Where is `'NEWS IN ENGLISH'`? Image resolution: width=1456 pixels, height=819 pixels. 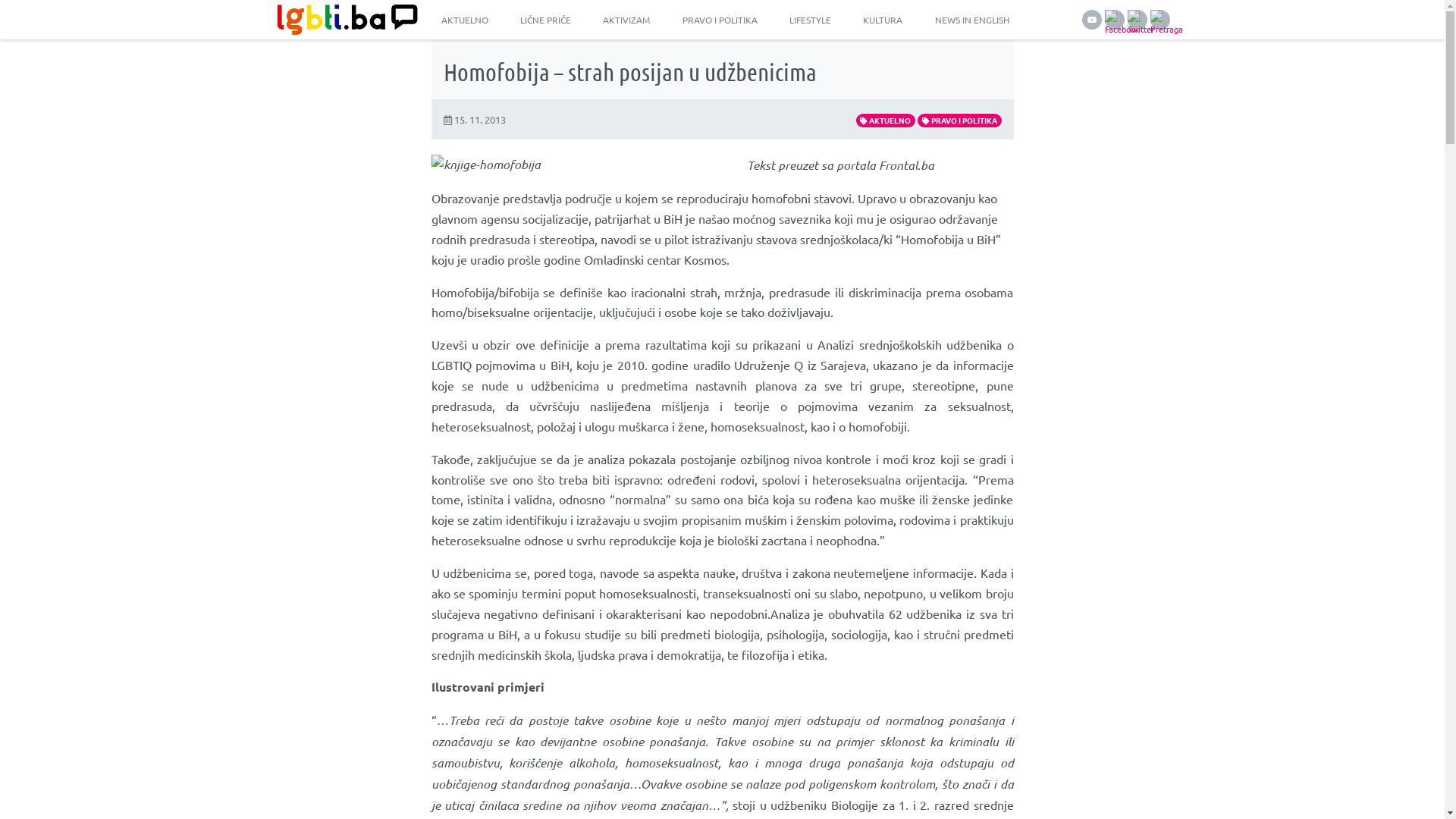
'NEWS IN ENGLISH' is located at coordinates (971, 20).